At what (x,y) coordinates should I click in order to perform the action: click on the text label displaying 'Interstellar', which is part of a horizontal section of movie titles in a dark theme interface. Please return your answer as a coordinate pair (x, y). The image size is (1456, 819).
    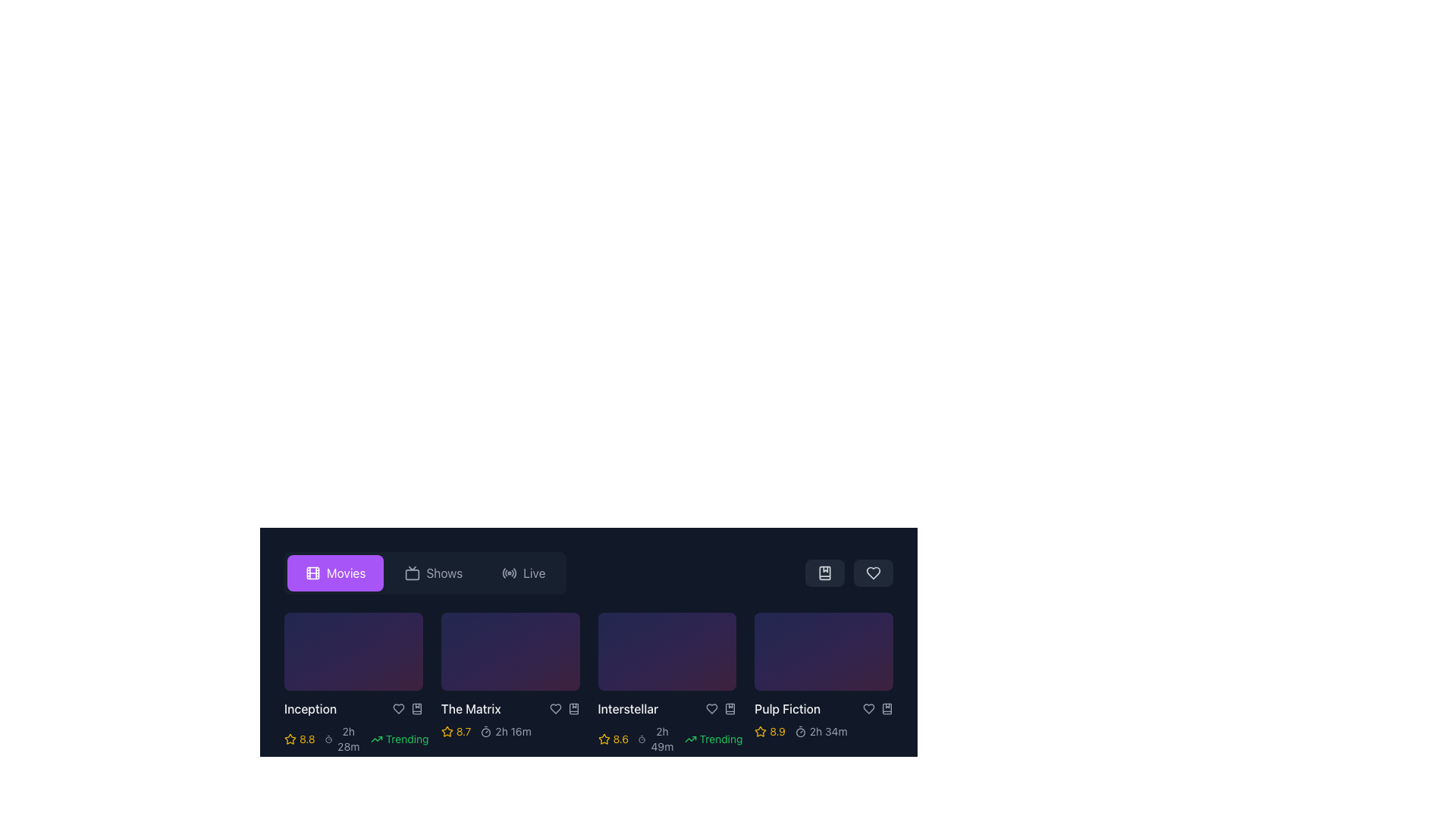
    Looking at the image, I should click on (628, 708).